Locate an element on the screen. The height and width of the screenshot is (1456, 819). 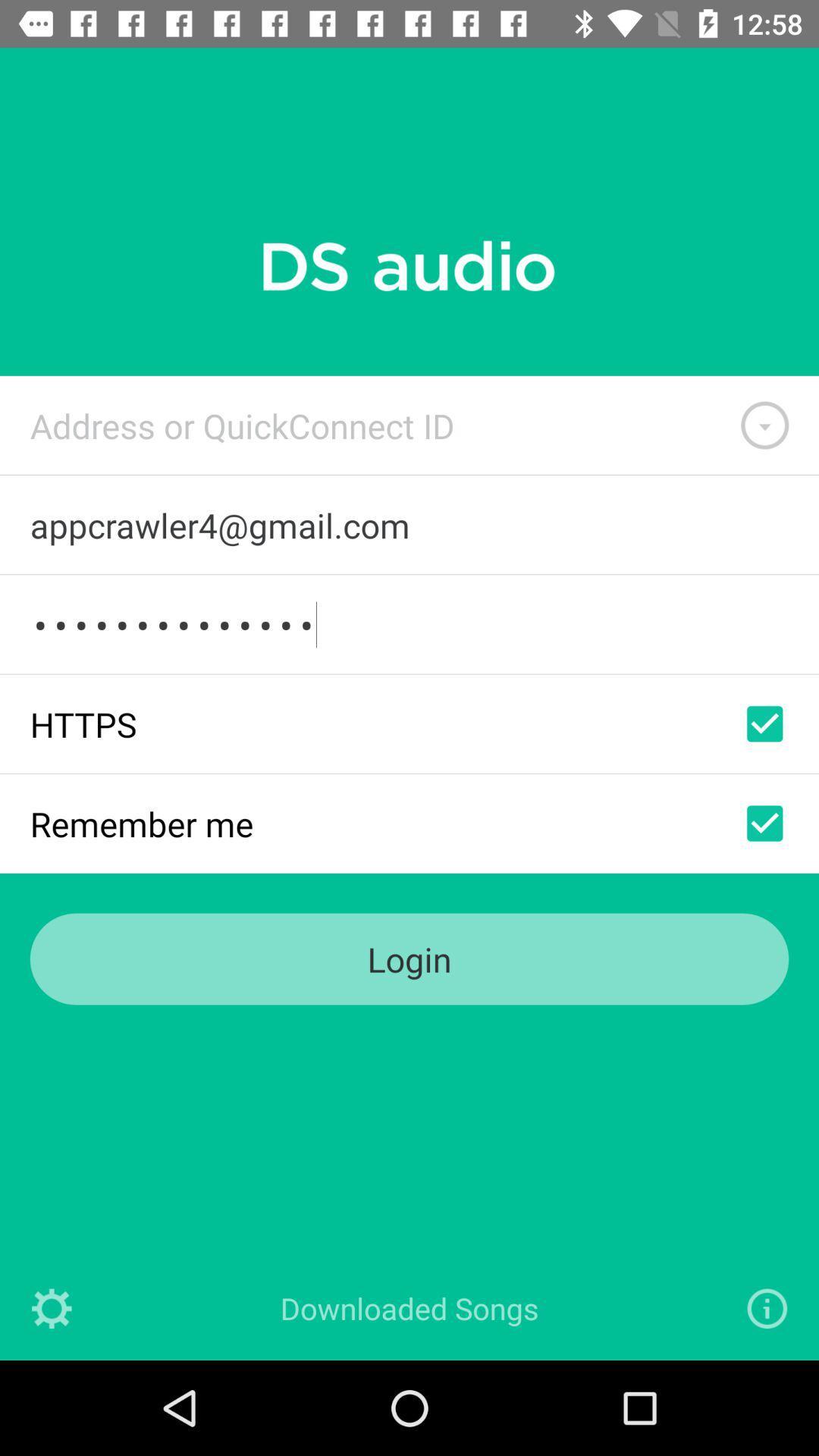
the info icon is located at coordinates (767, 1307).